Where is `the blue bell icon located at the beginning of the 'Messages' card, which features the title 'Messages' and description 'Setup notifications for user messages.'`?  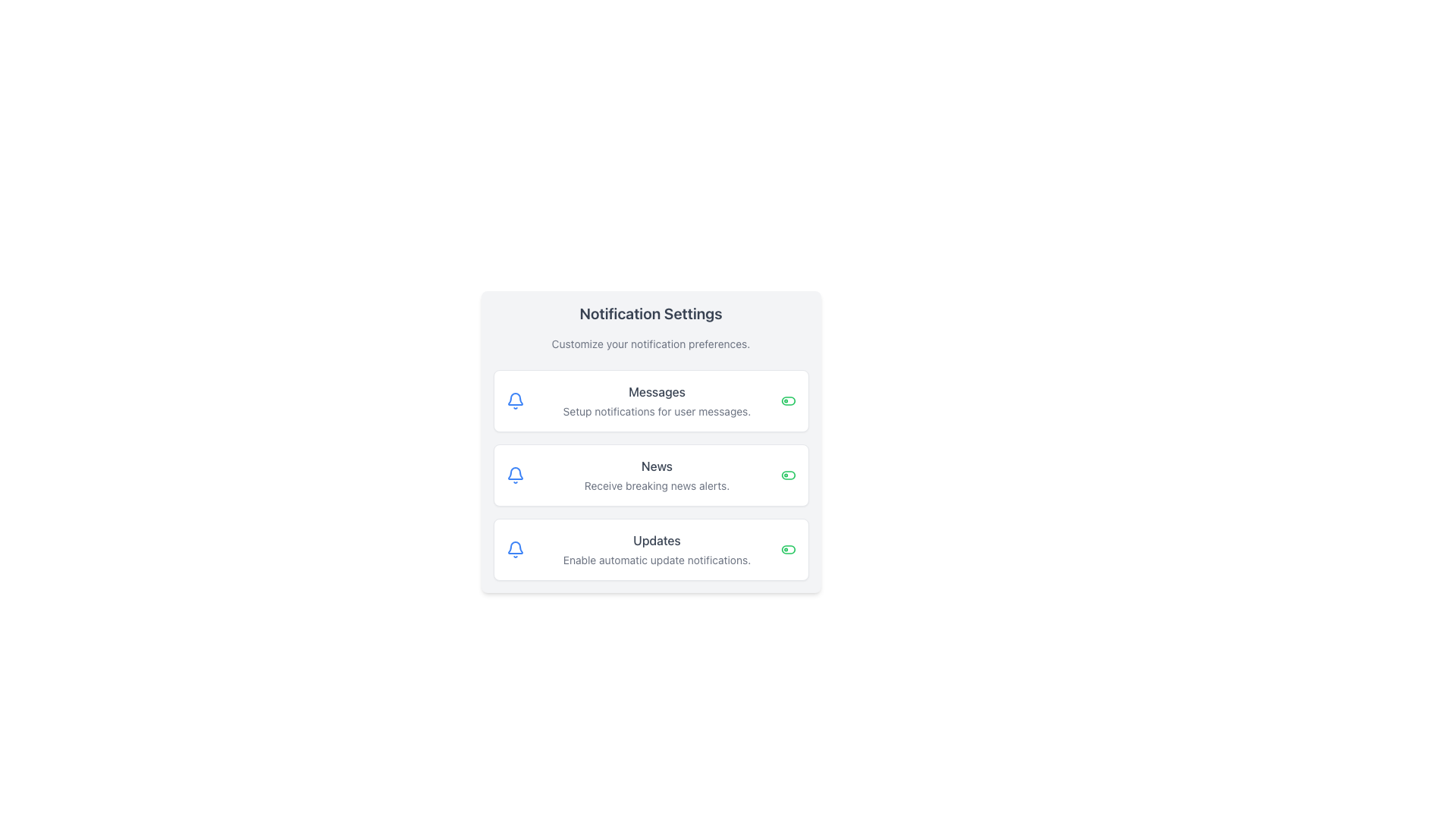
the blue bell icon located at the beginning of the 'Messages' card, which features the title 'Messages' and description 'Setup notifications for user messages.' is located at coordinates (515, 400).